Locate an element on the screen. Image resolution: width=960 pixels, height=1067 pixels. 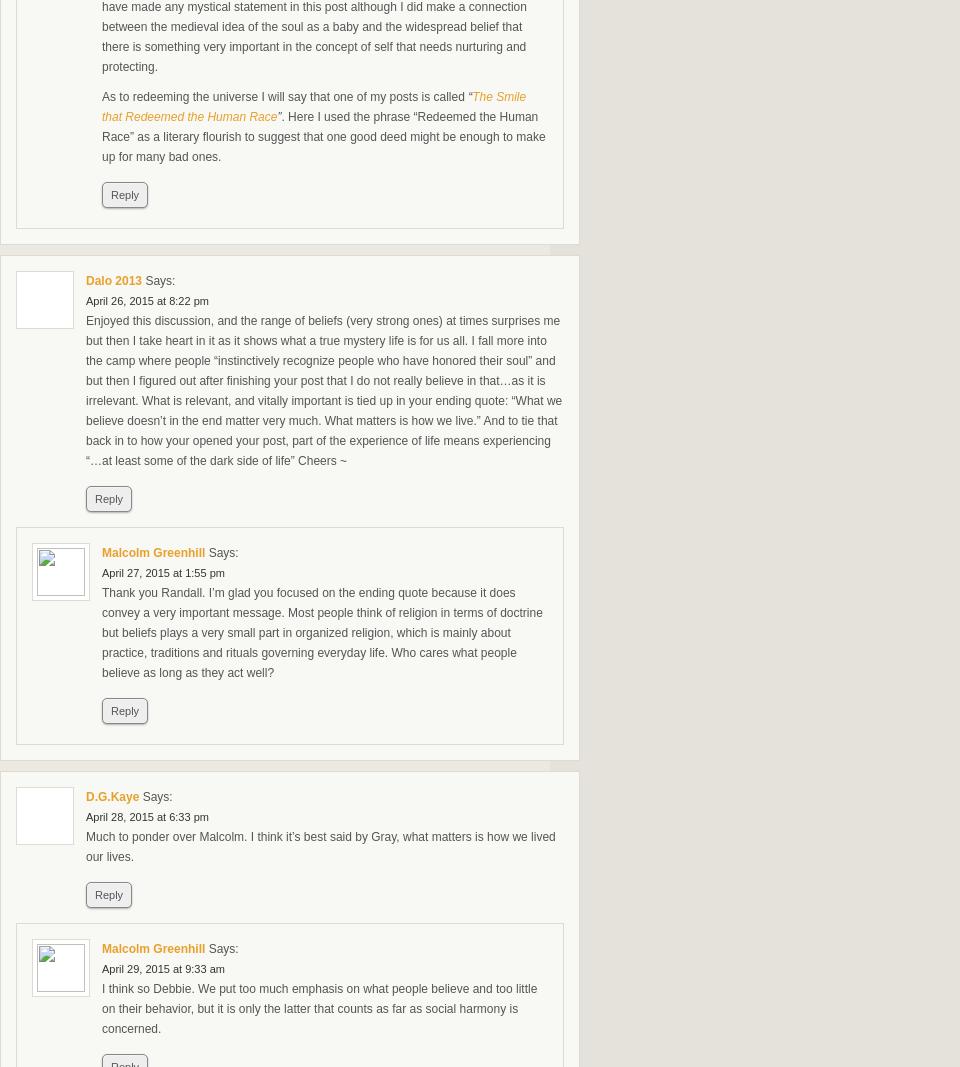
'Much to ponder over Malcolm. I think it’s best said by Gray, what matters is how we lived our lives.' is located at coordinates (86, 845).